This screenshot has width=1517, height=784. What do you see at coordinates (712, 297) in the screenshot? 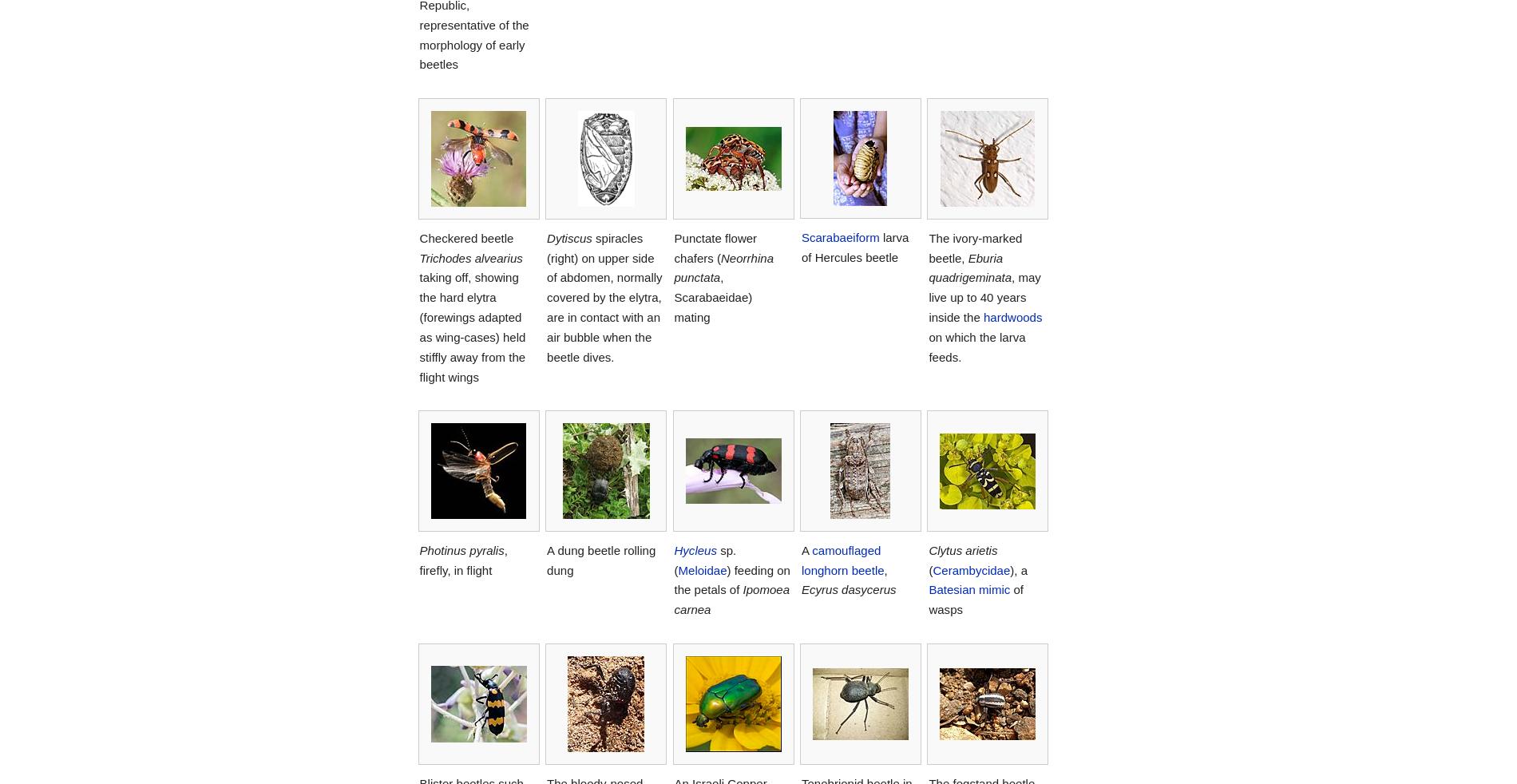
I see `', Scarabaeidae) mating'` at bounding box center [712, 297].